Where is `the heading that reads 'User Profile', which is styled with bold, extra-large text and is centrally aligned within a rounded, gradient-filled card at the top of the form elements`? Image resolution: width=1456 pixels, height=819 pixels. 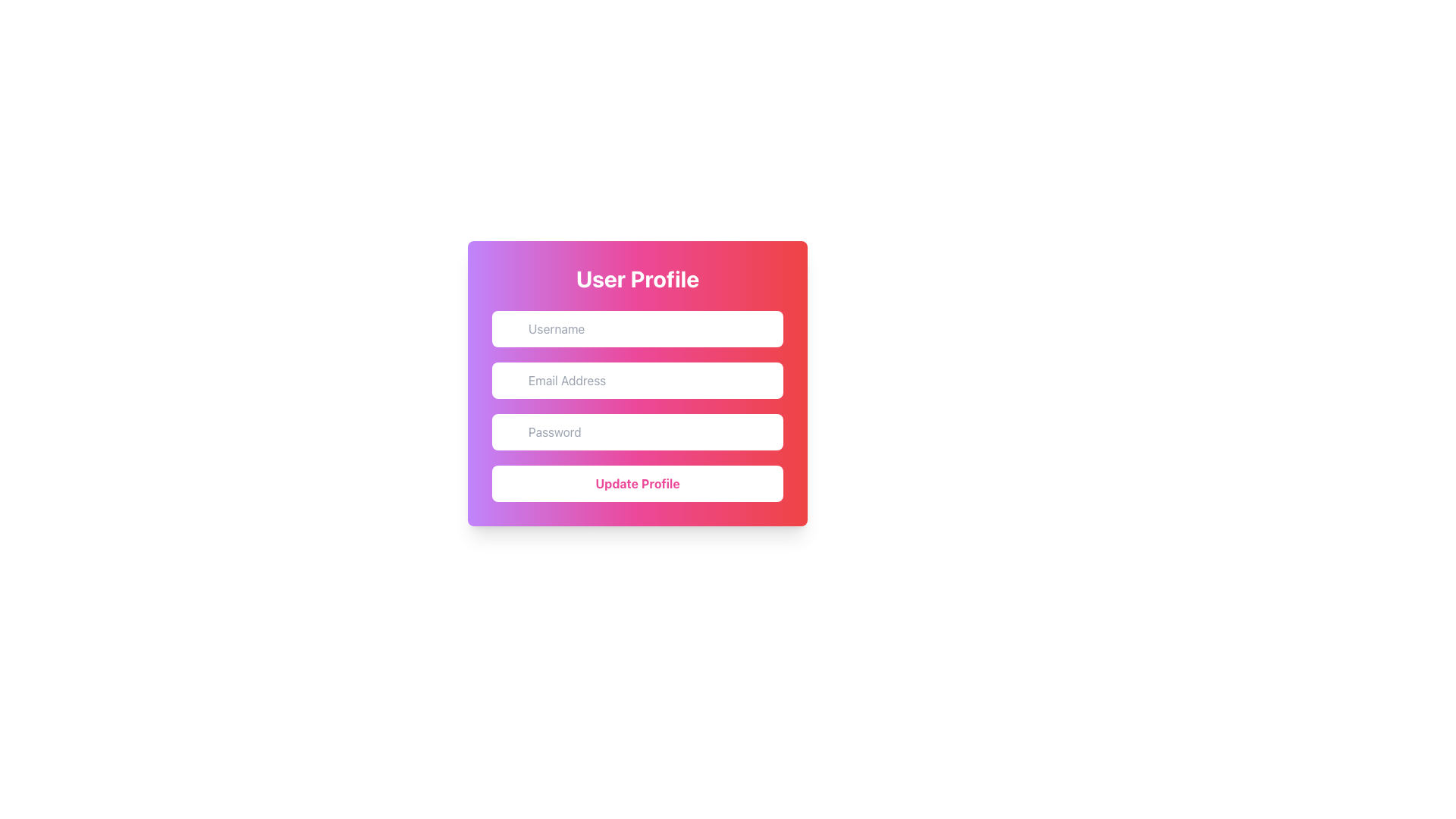
the heading that reads 'User Profile', which is styled with bold, extra-large text and is centrally aligned within a rounded, gradient-filled card at the top of the form elements is located at coordinates (637, 278).